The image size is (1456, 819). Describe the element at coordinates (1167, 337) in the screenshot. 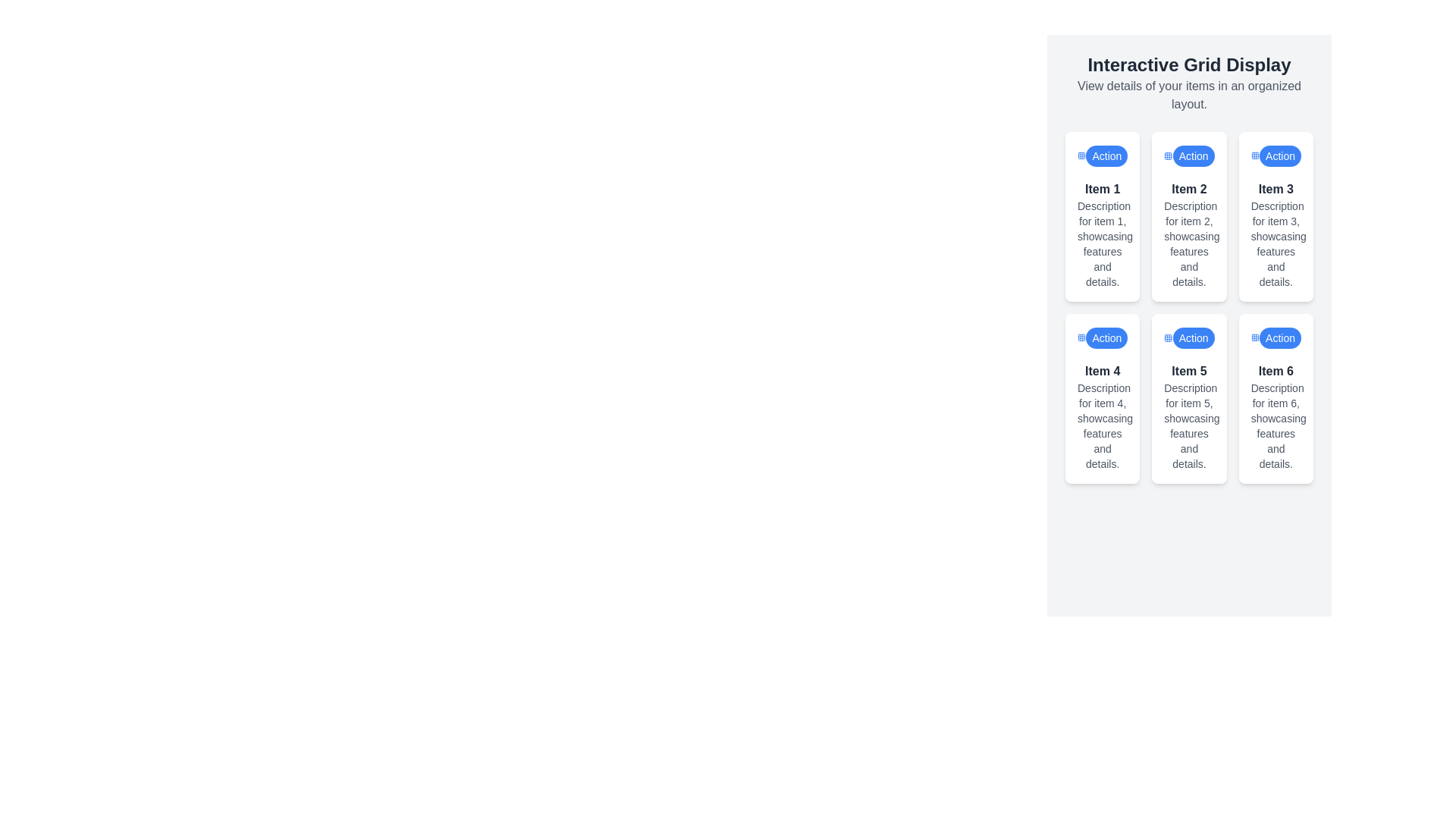

I see `the small square graphic with rounded corners that is part of a grid-like icon to the left of the 'Action' button in the fifth card of a 2x3 grid layout` at that location.